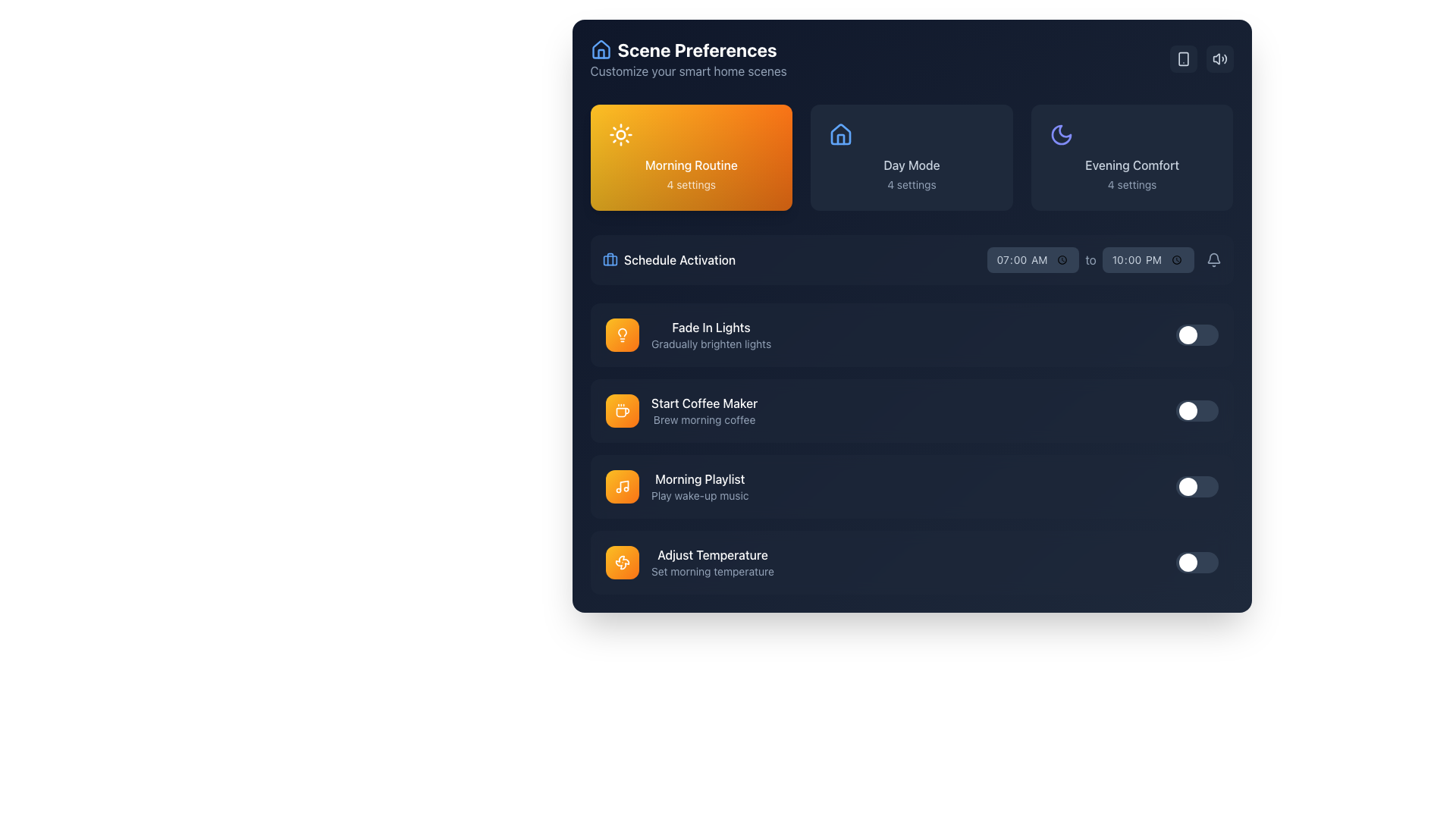  What do you see at coordinates (622, 486) in the screenshot?
I see `the button for the 'Morning Playlist' feature` at bounding box center [622, 486].